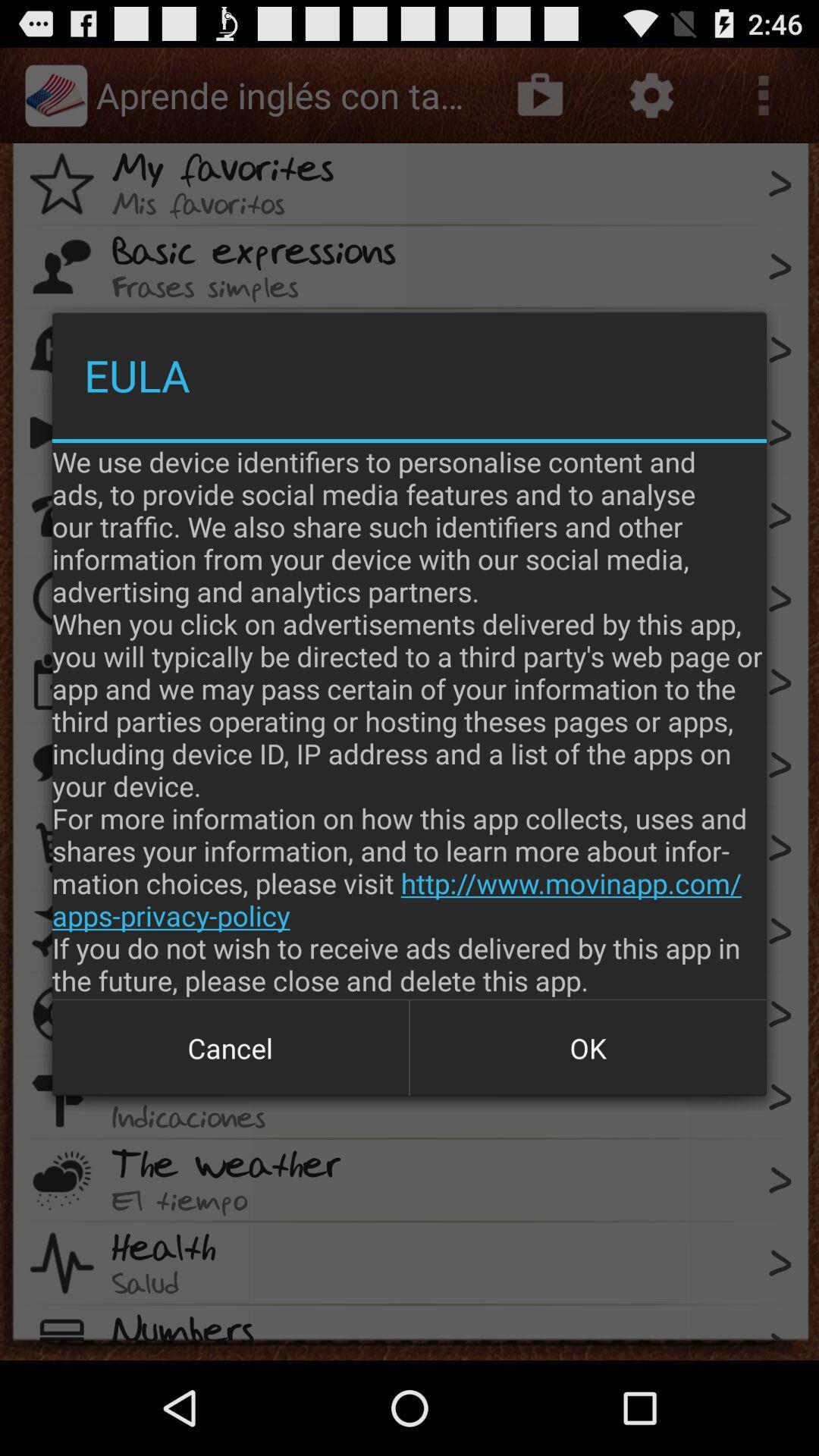  What do you see at coordinates (587, 1047) in the screenshot?
I see `icon at the bottom right corner` at bounding box center [587, 1047].